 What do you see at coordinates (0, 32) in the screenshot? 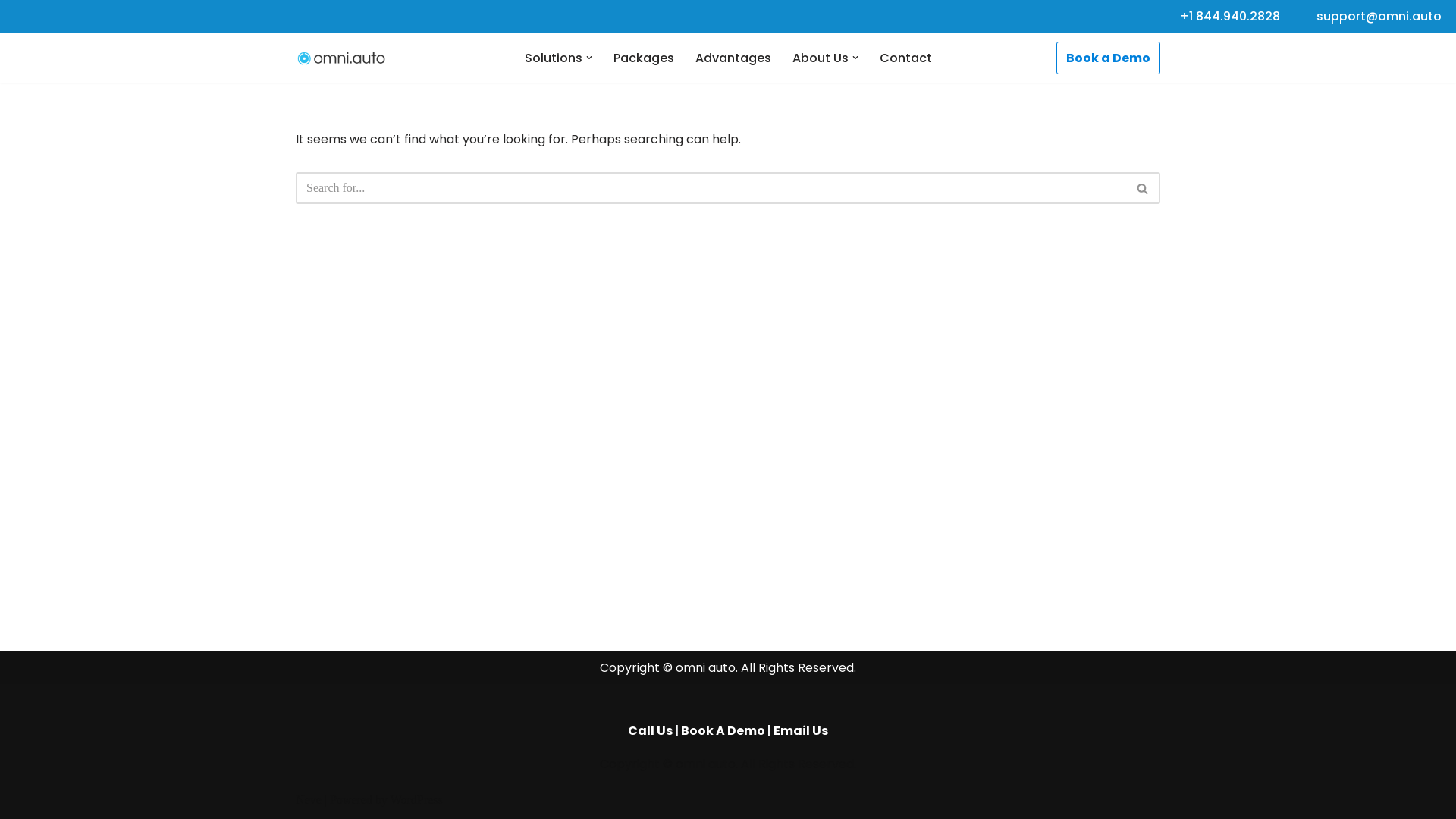
I see `'Skip to content'` at bounding box center [0, 32].